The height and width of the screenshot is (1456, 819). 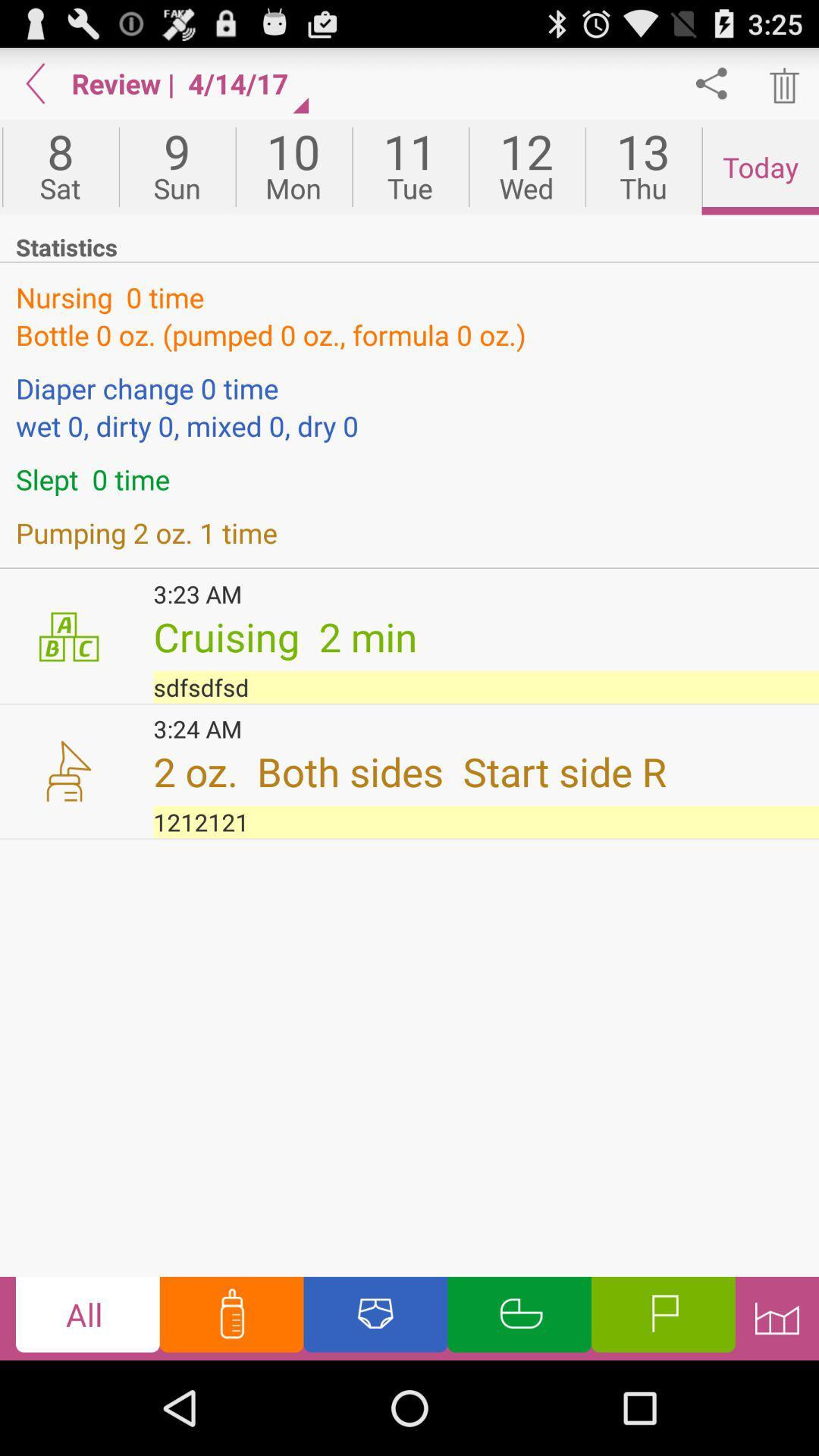 What do you see at coordinates (293, 167) in the screenshot?
I see `item next to 11` at bounding box center [293, 167].